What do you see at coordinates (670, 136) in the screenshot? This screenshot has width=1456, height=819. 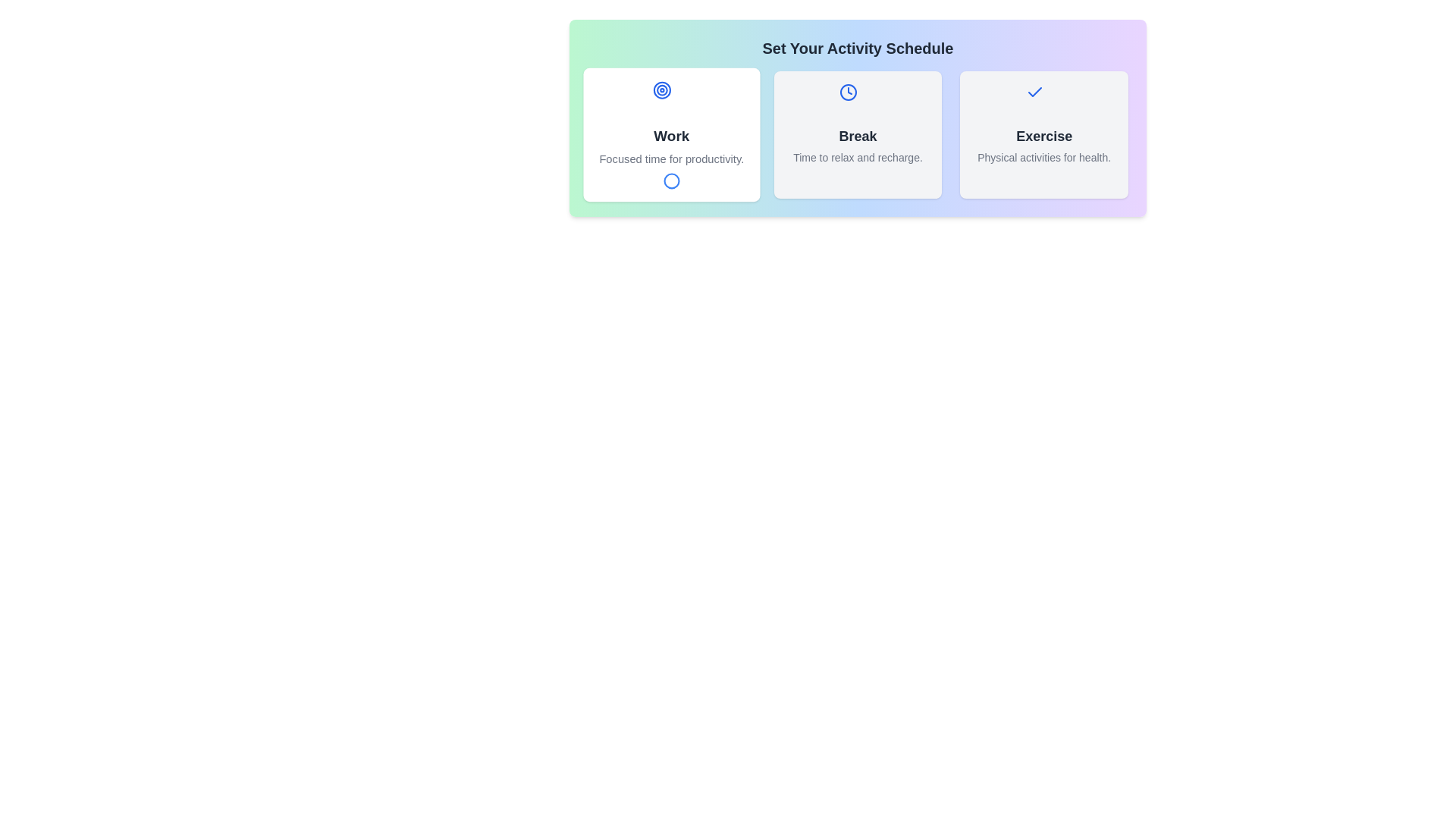 I see `the text label displaying 'Work' in bold, located in the leftmost card of the row, positioned below the circular icon and above the descriptive text` at bounding box center [670, 136].